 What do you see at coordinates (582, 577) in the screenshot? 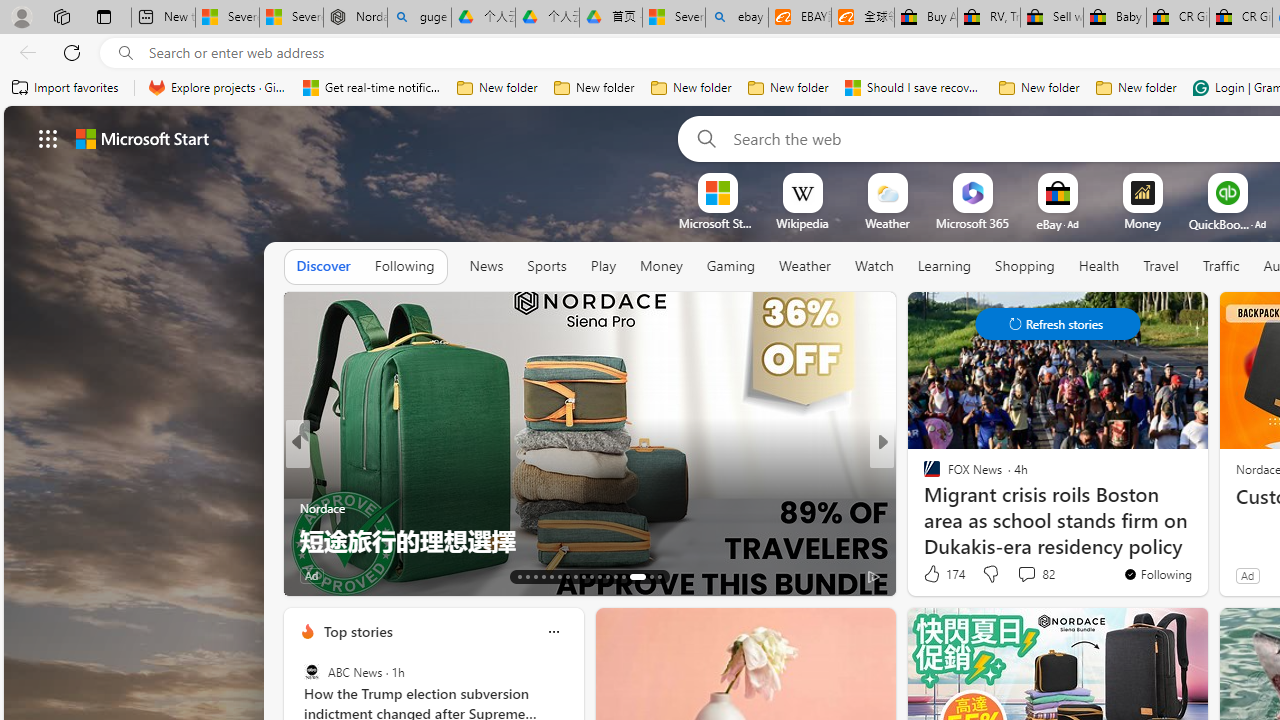
I see `'AutomationID: tab-21'` at bounding box center [582, 577].